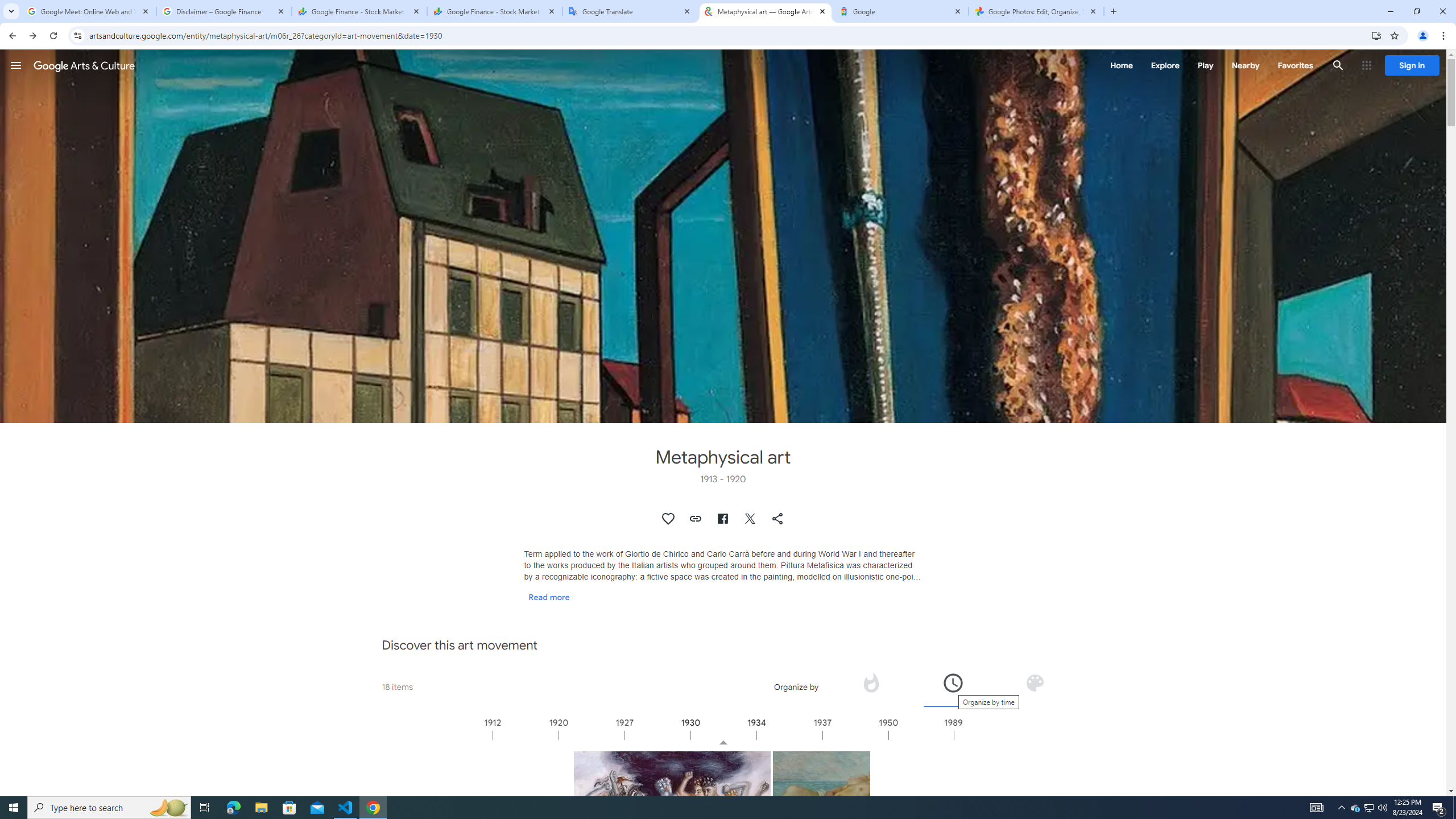 The height and width of the screenshot is (819, 1456). Describe the element at coordinates (900, 11) in the screenshot. I see `'Google'` at that location.